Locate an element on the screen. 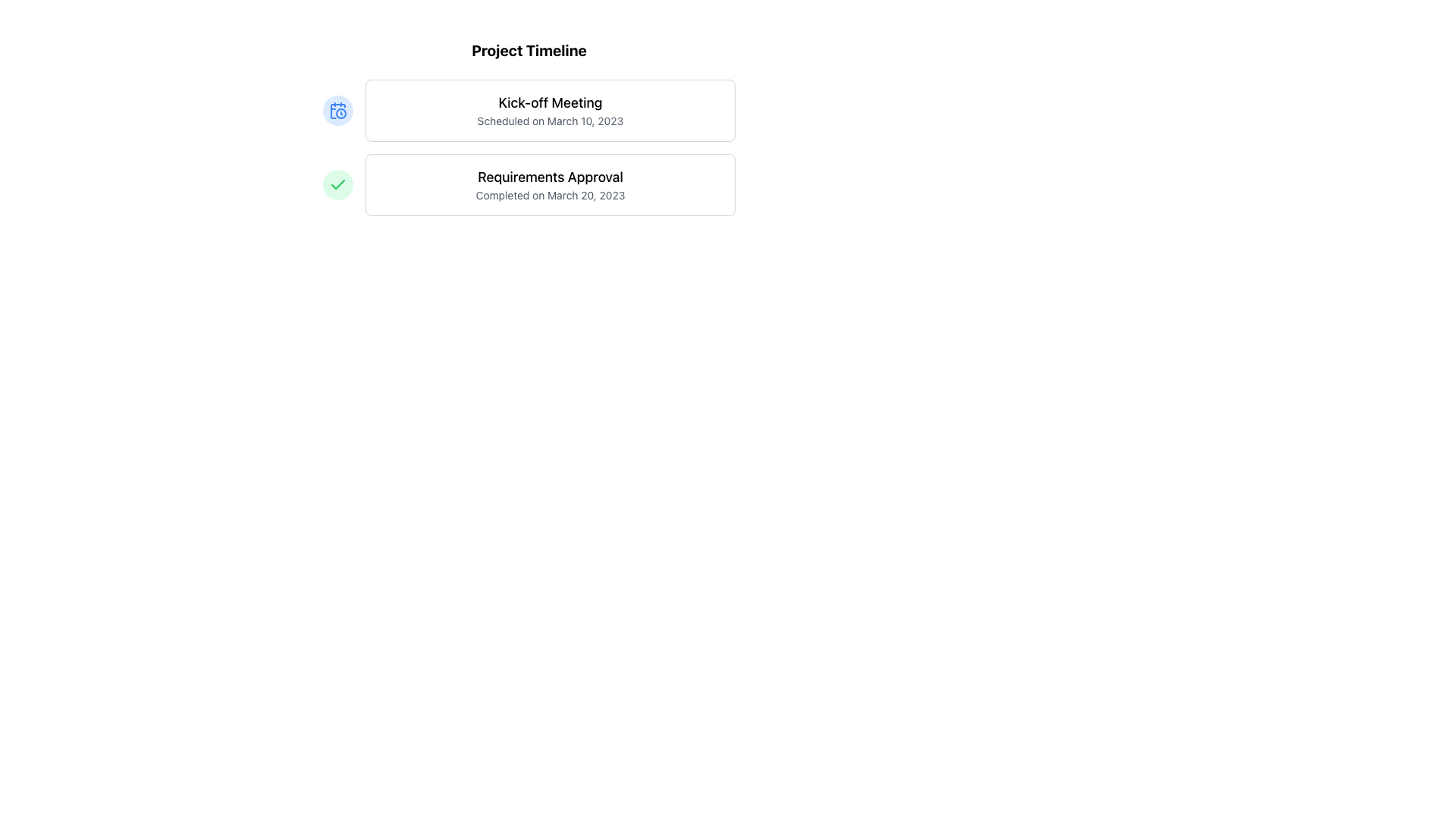 The image size is (1456, 819). the SVG circle element that is the centerpiece of the calendar-clock icon to the left of the 'Kick-off Meeting' timeline item is located at coordinates (340, 113).